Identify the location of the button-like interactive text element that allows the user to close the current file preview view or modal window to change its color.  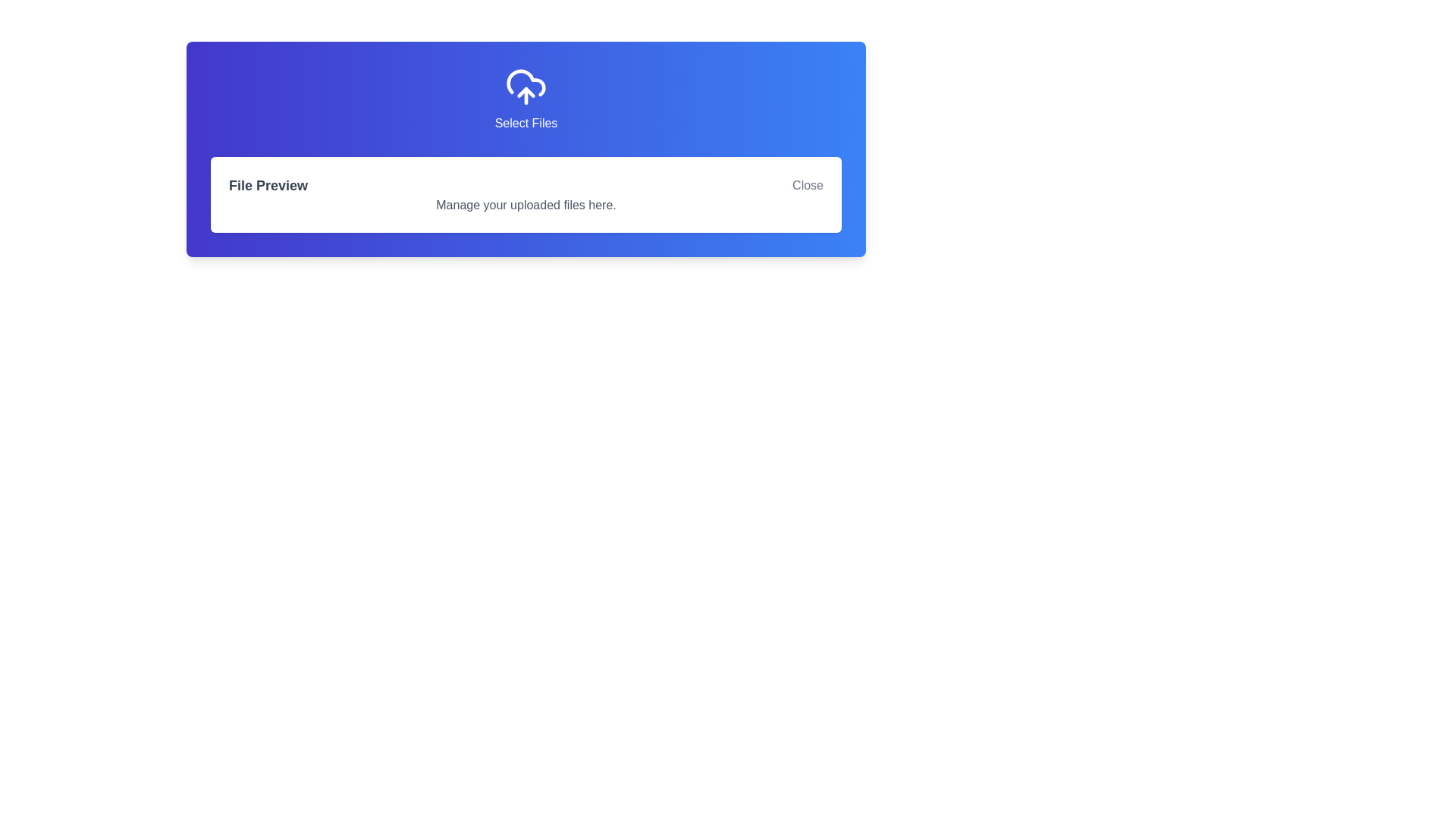
(807, 185).